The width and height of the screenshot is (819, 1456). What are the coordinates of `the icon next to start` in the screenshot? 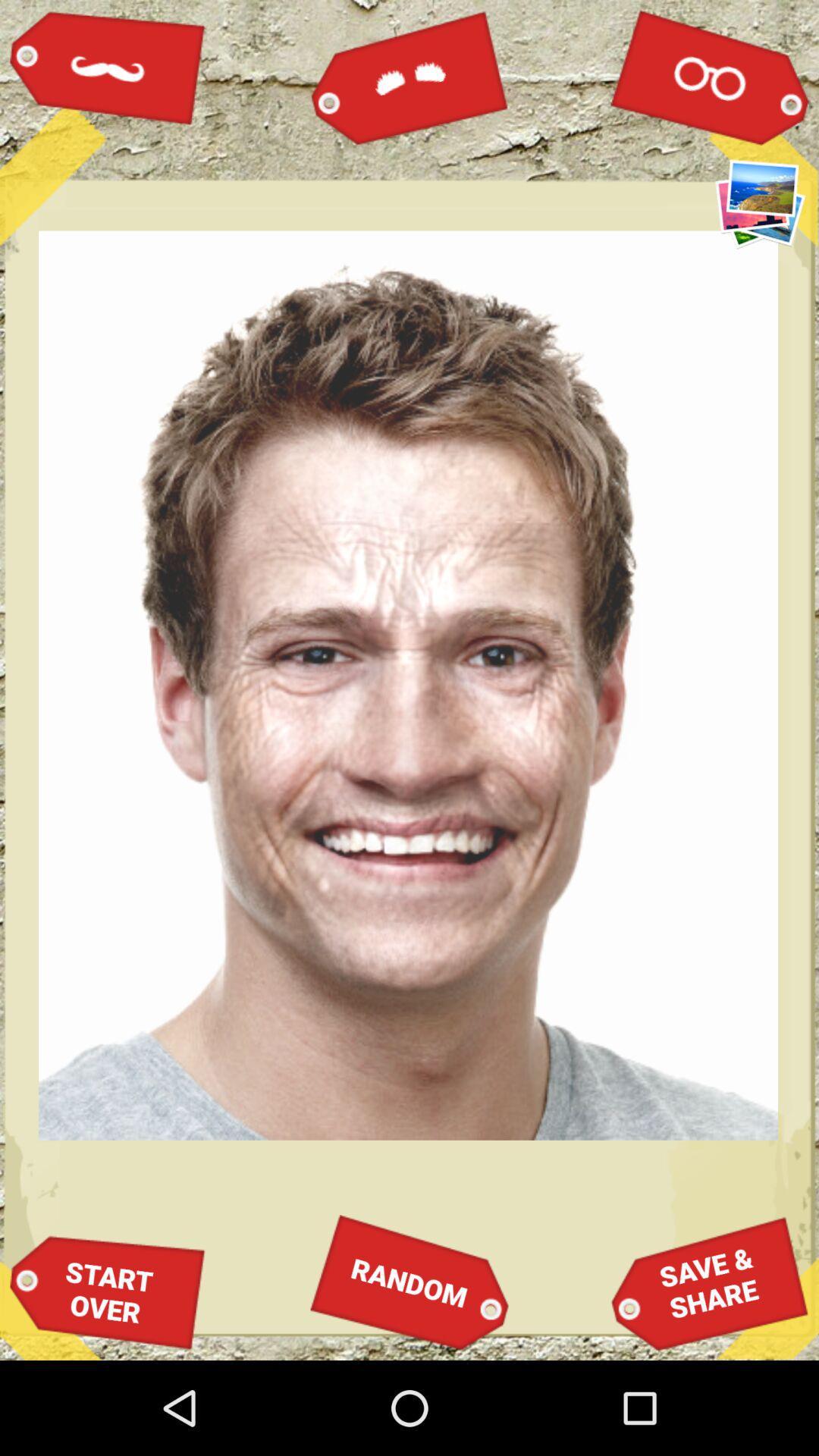 It's located at (409, 1282).